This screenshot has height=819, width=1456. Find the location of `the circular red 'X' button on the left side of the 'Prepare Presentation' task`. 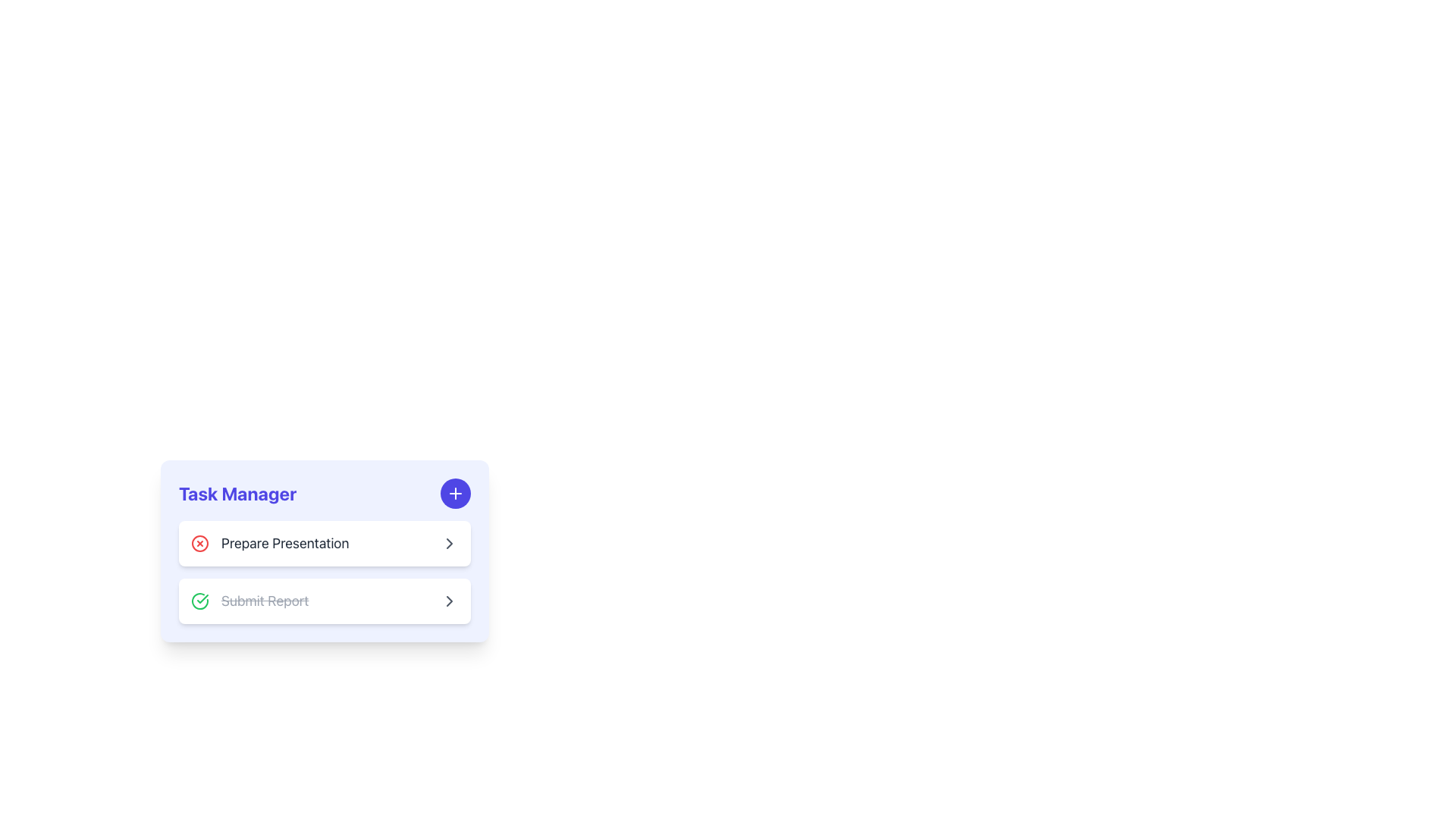

the circular red 'X' button on the left side of the 'Prepare Presentation' task is located at coordinates (199, 543).